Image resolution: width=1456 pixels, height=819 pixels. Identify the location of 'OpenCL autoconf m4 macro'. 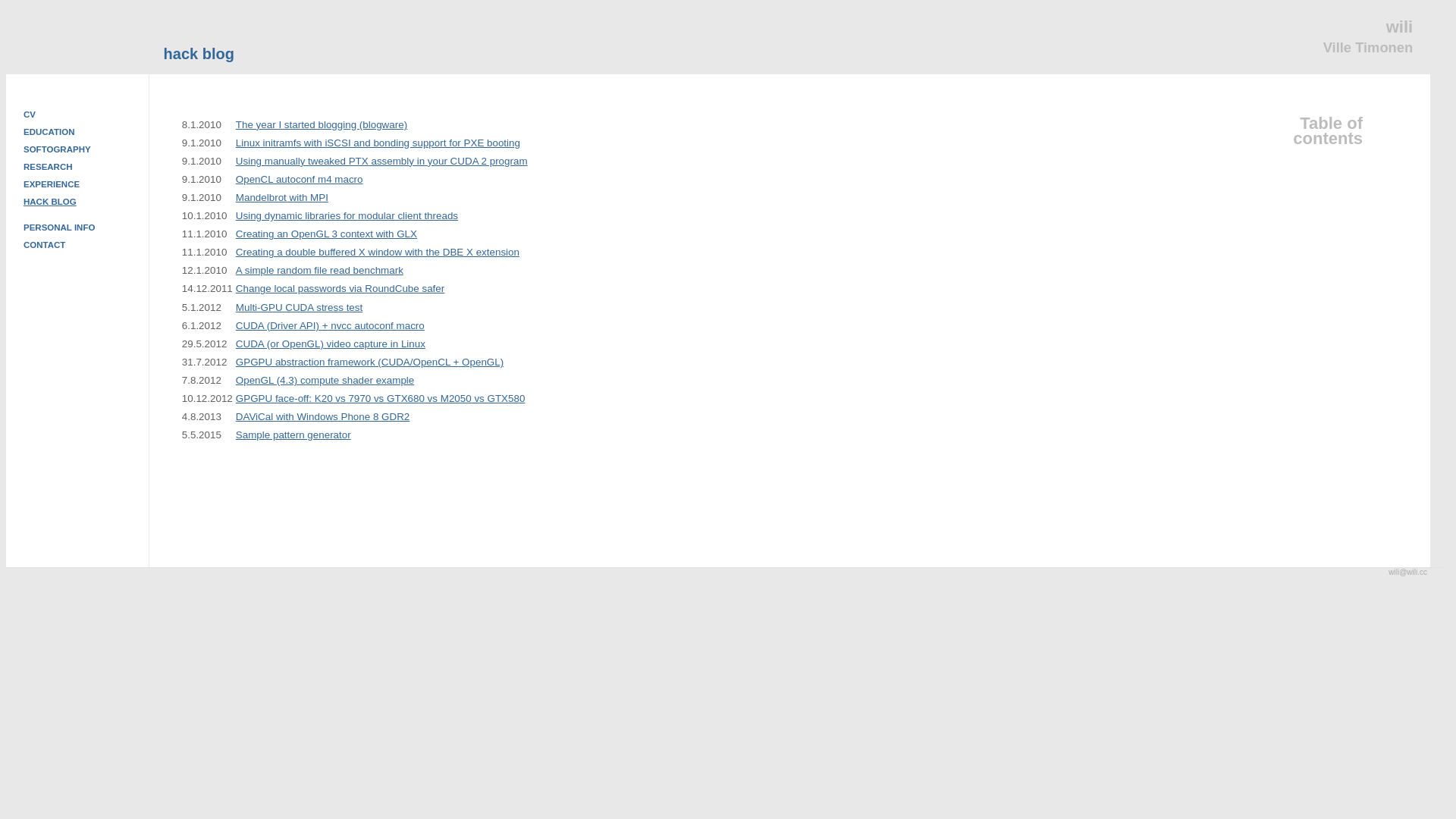
(299, 178).